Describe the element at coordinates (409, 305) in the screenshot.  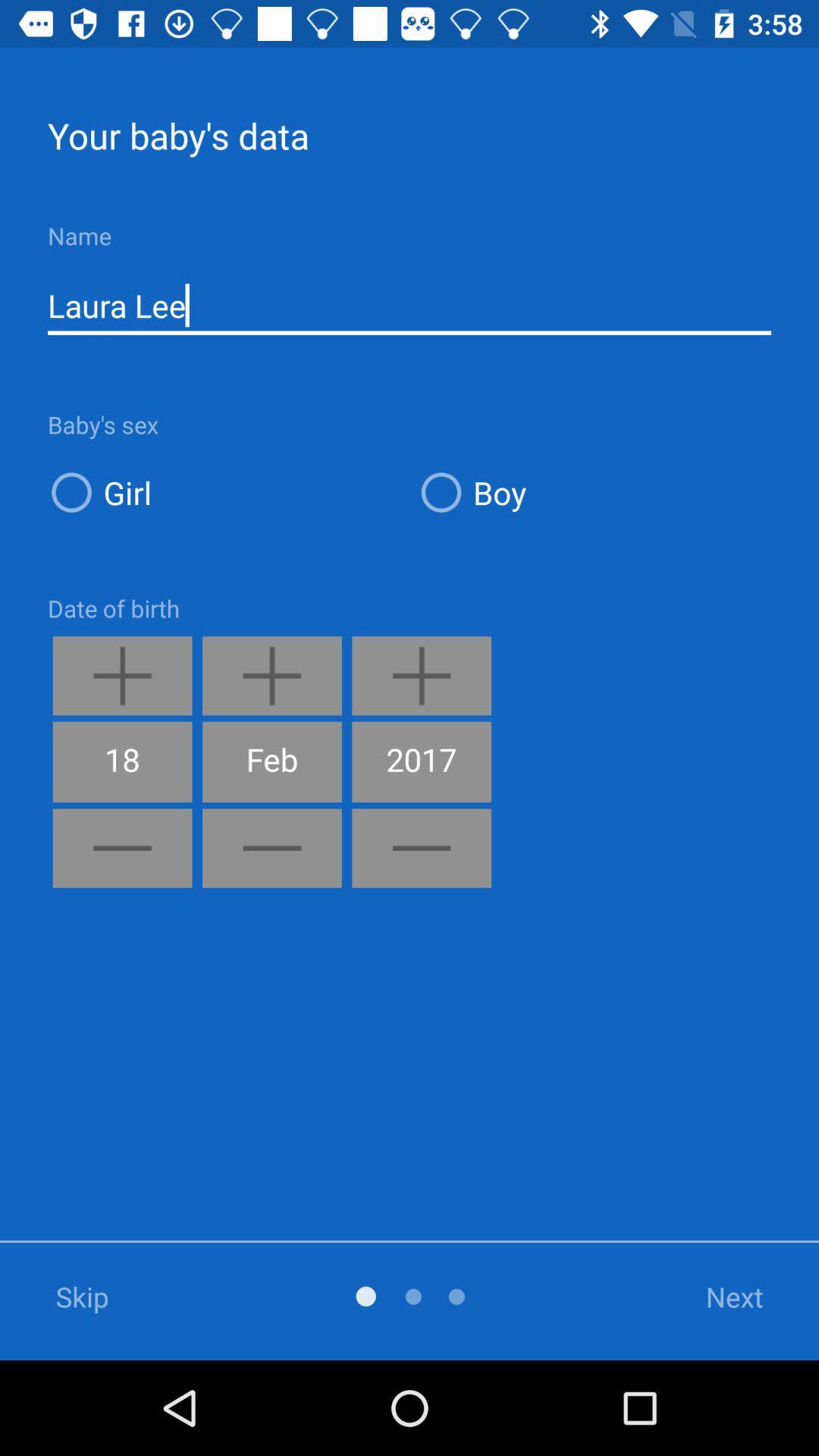
I see `the laura lee item` at that location.